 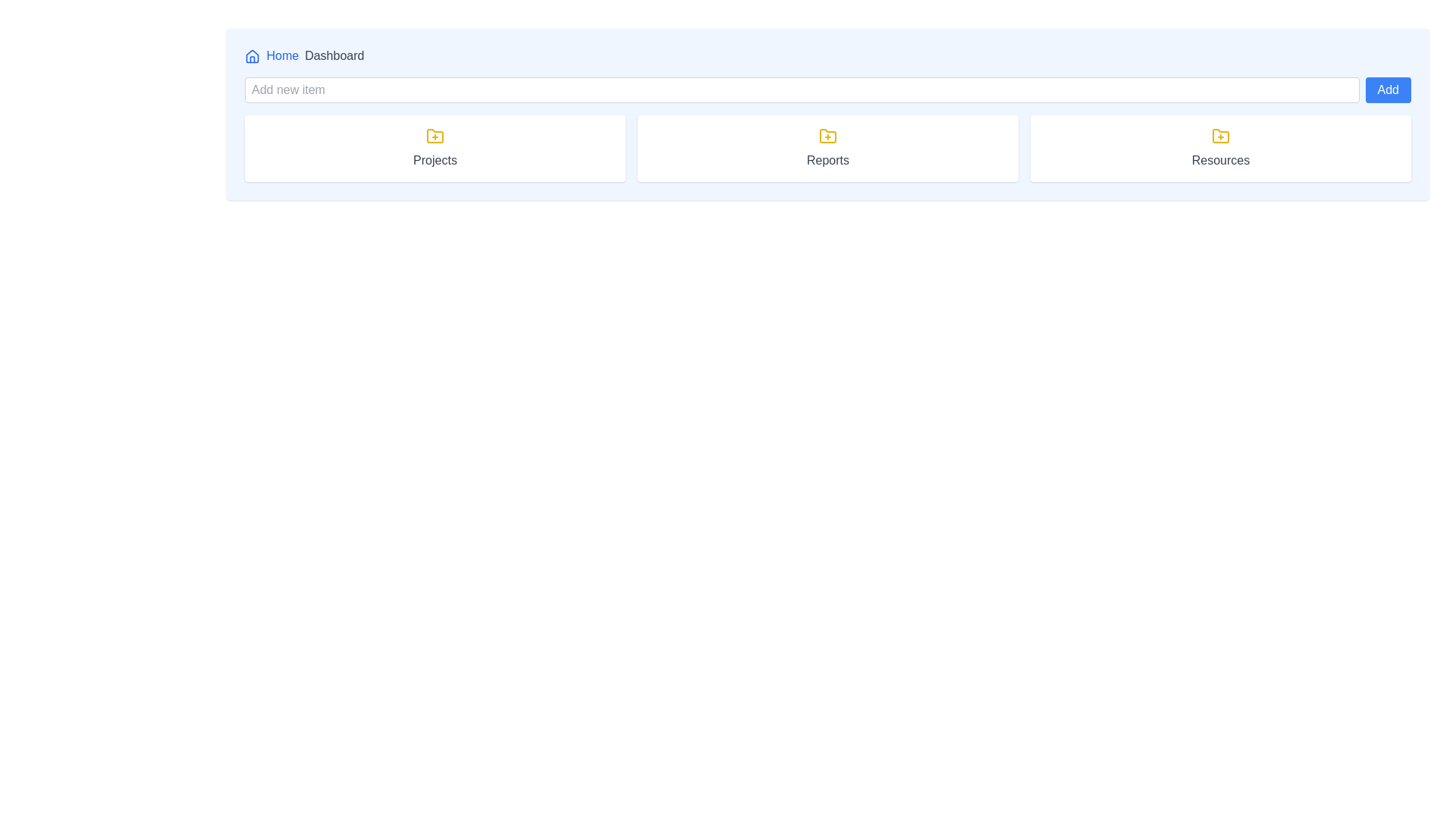 I want to click on the text label 'Reports' which is styled with a moderate gray color and is positioned below the yellow folder icon in the middle card among three horizontally aligned cards, so click(x=827, y=161).